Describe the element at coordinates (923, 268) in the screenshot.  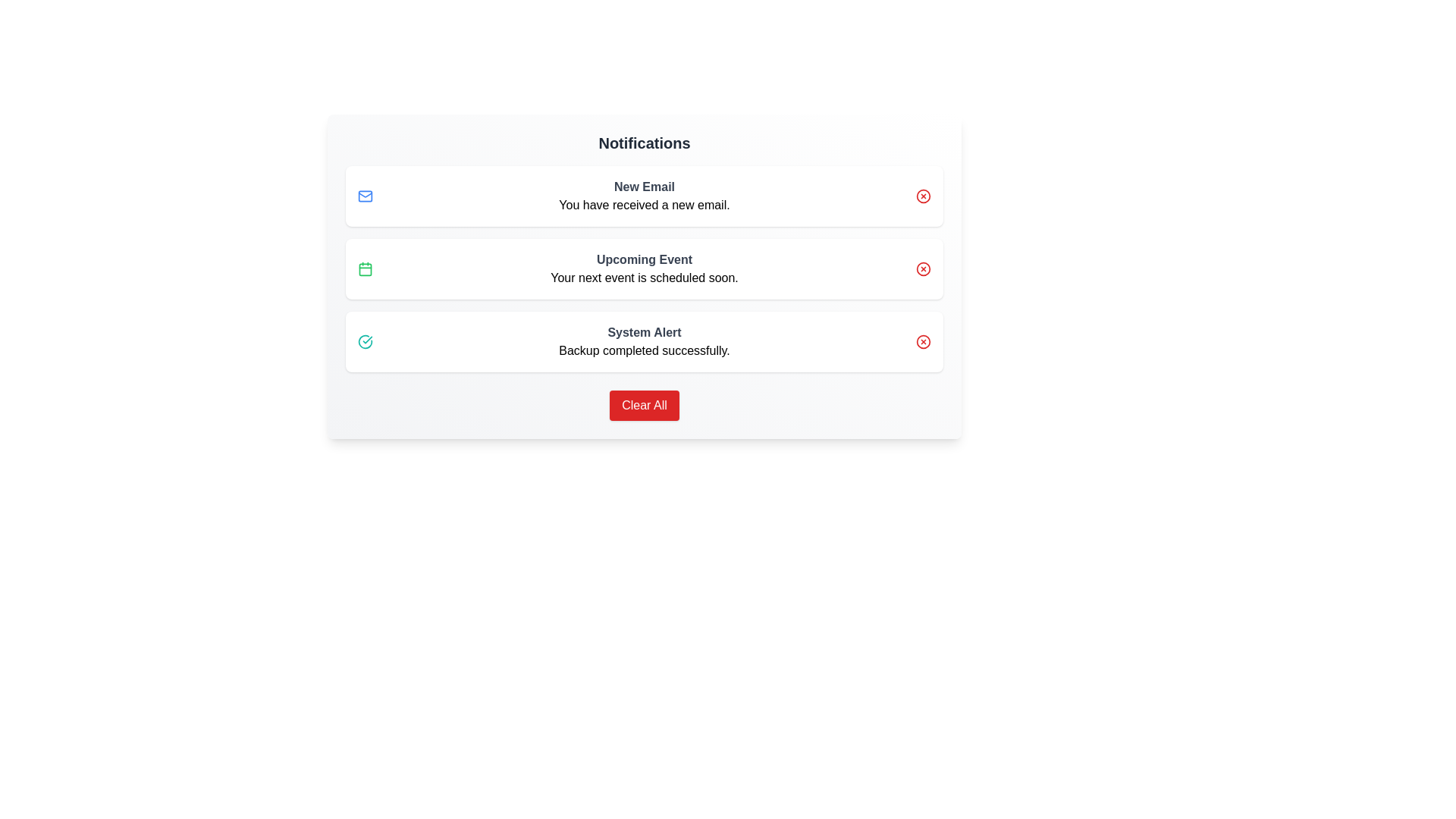
I see `the delete button located at the far right end of the notification card displaying 'Upcoming Event: Your next event is scheduled soon.'` at that location.